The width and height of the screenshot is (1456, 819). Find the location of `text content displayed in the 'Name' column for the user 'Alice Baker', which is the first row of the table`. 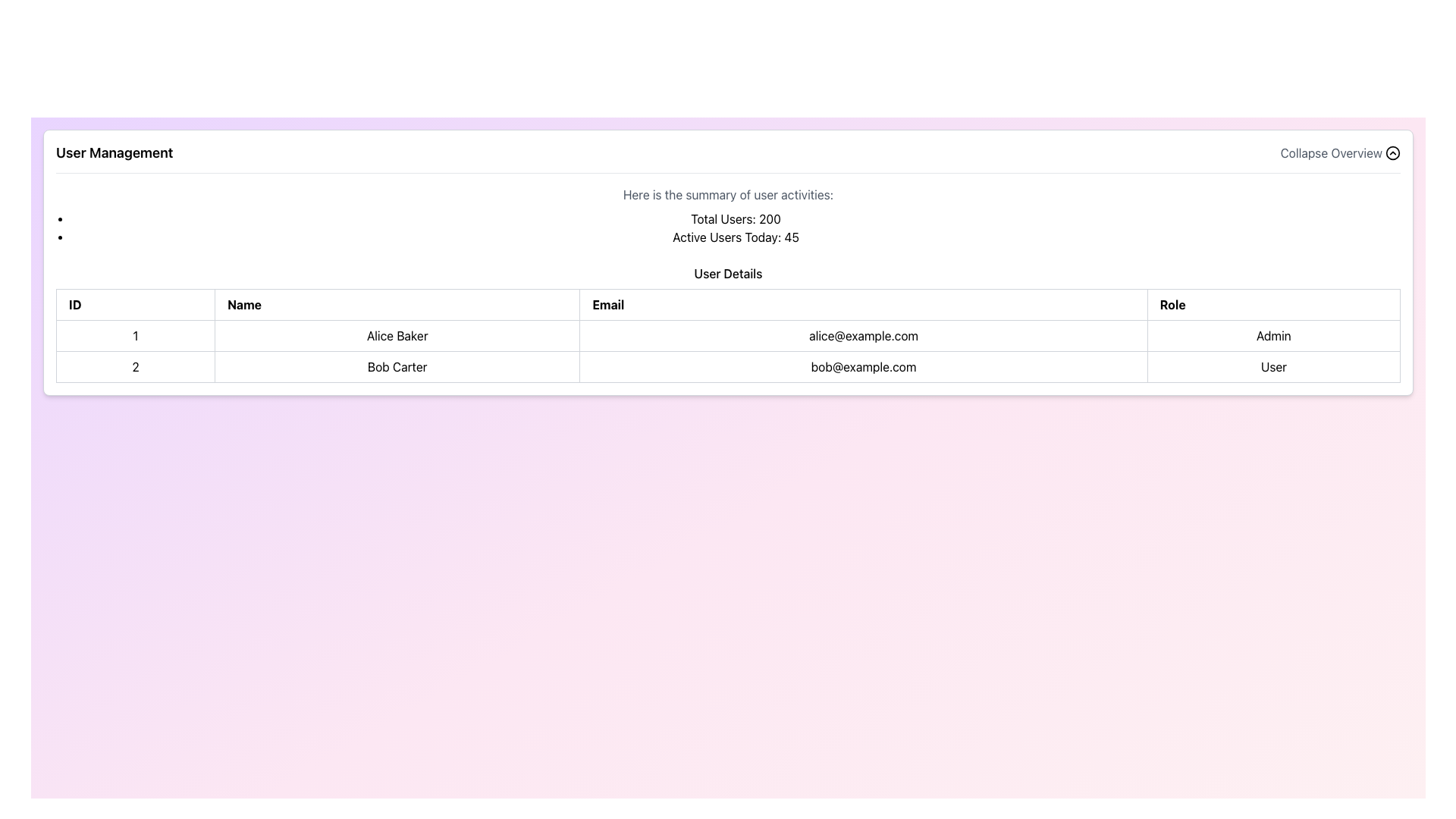

text content displayed in the 'Name' column for the user 'Alice Baker', which is the first row of the table is located at coordinates (397, 335).